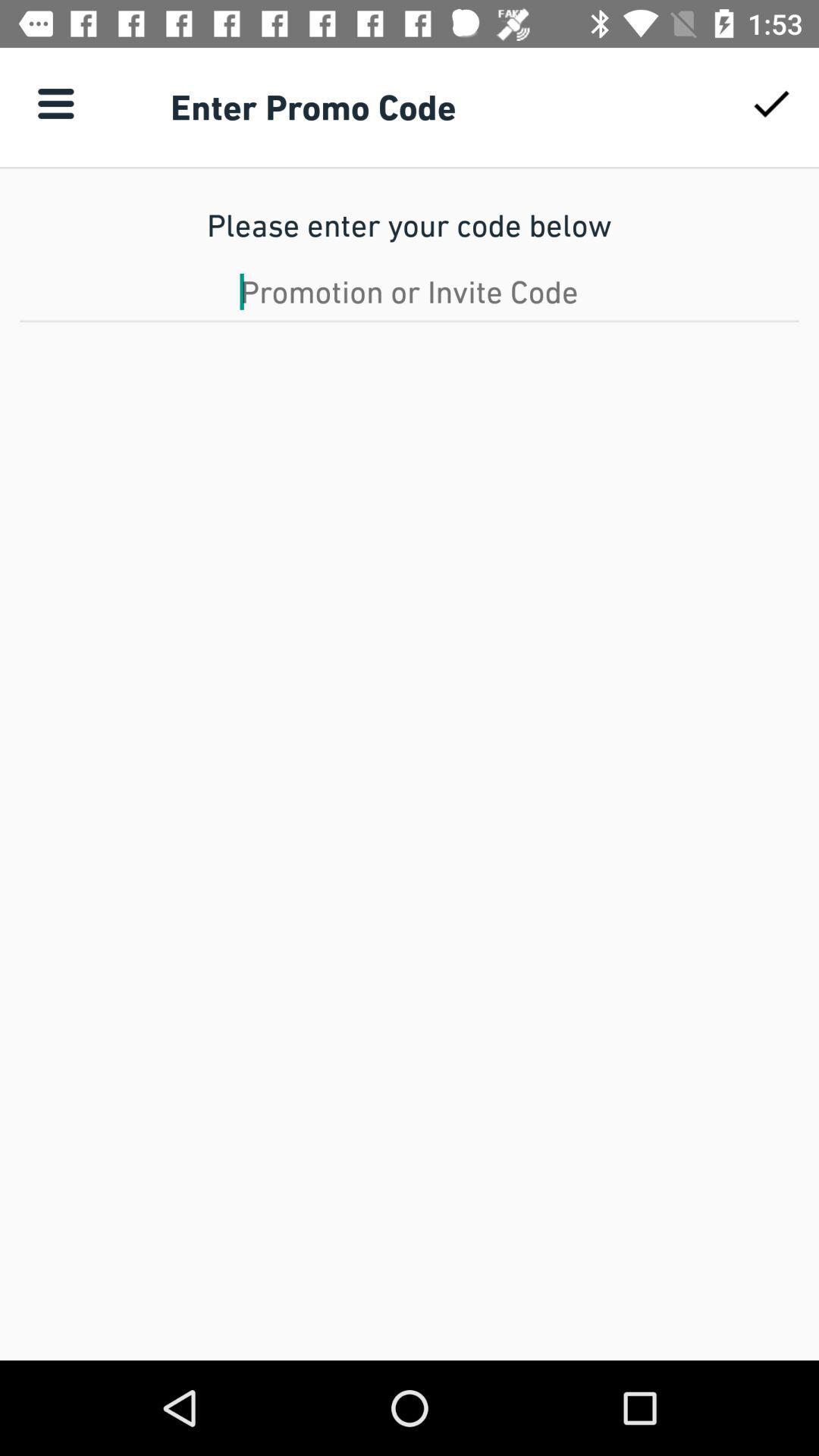  Describe the element at coordinates (55, 102) in the screenshot. I see `the item next to enter promo code icon` at that location.